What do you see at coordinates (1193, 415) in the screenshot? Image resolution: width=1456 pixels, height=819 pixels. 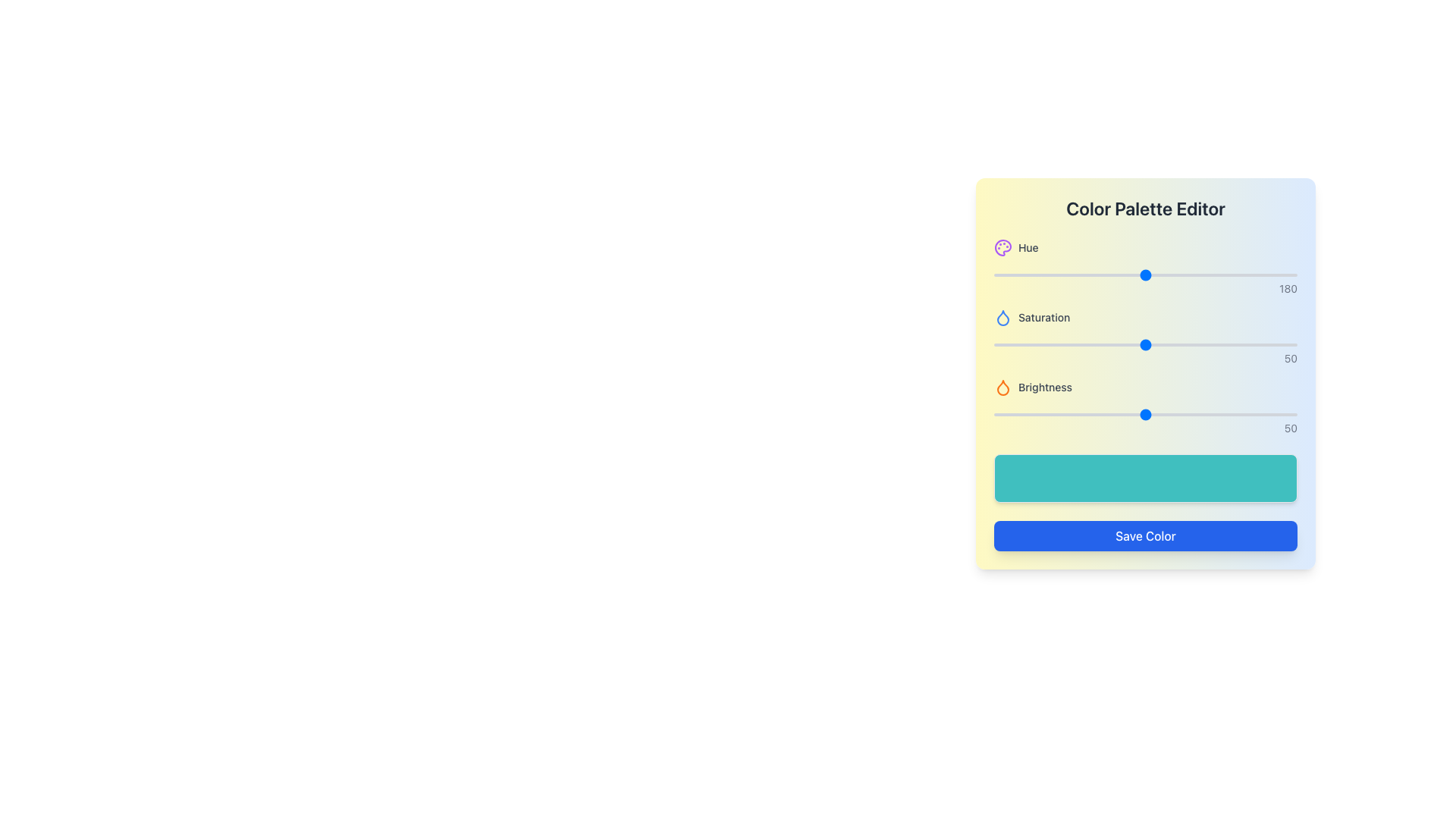 I see `the brightness` at bounding box center [1193, 415].